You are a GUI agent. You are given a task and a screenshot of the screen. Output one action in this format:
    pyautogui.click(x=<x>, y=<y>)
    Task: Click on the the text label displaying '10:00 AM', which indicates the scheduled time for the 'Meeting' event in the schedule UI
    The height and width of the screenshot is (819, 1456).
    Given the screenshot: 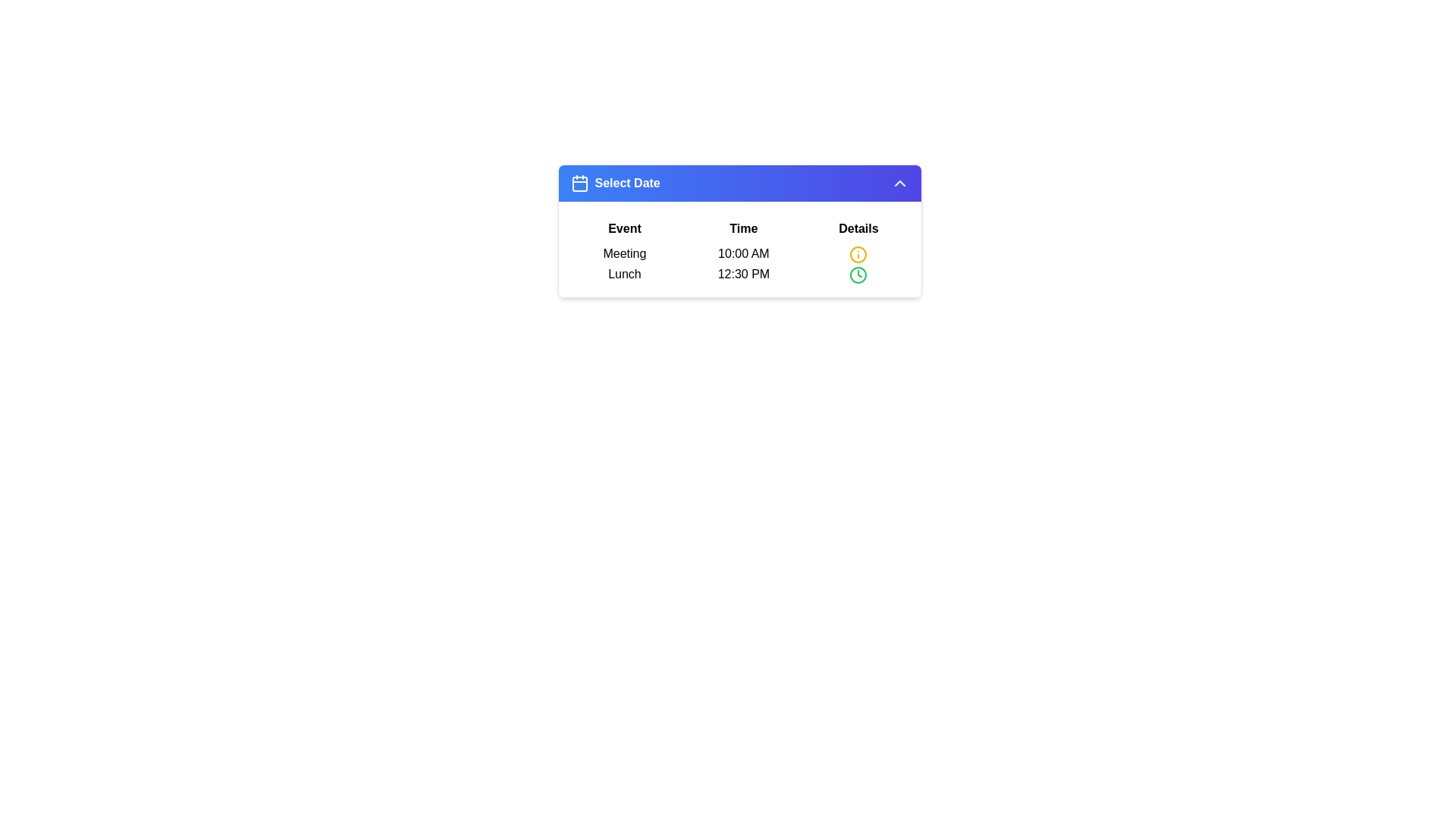 What is the action you would take?
    pyautogui.click(x=743, y=253)
    